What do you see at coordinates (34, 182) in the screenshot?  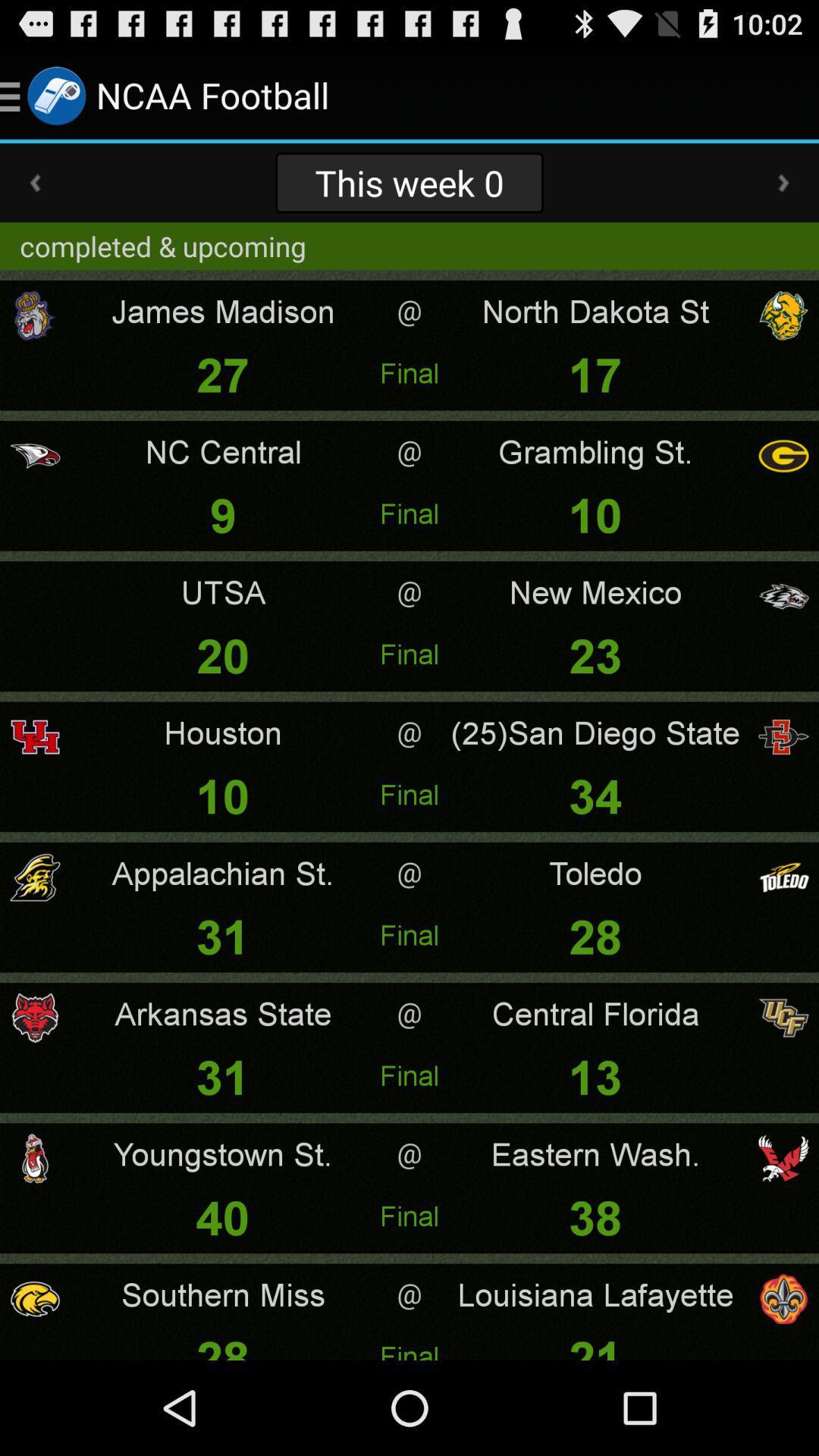 I see `icon next to this week 0 app` at bounding box center [34, 182].